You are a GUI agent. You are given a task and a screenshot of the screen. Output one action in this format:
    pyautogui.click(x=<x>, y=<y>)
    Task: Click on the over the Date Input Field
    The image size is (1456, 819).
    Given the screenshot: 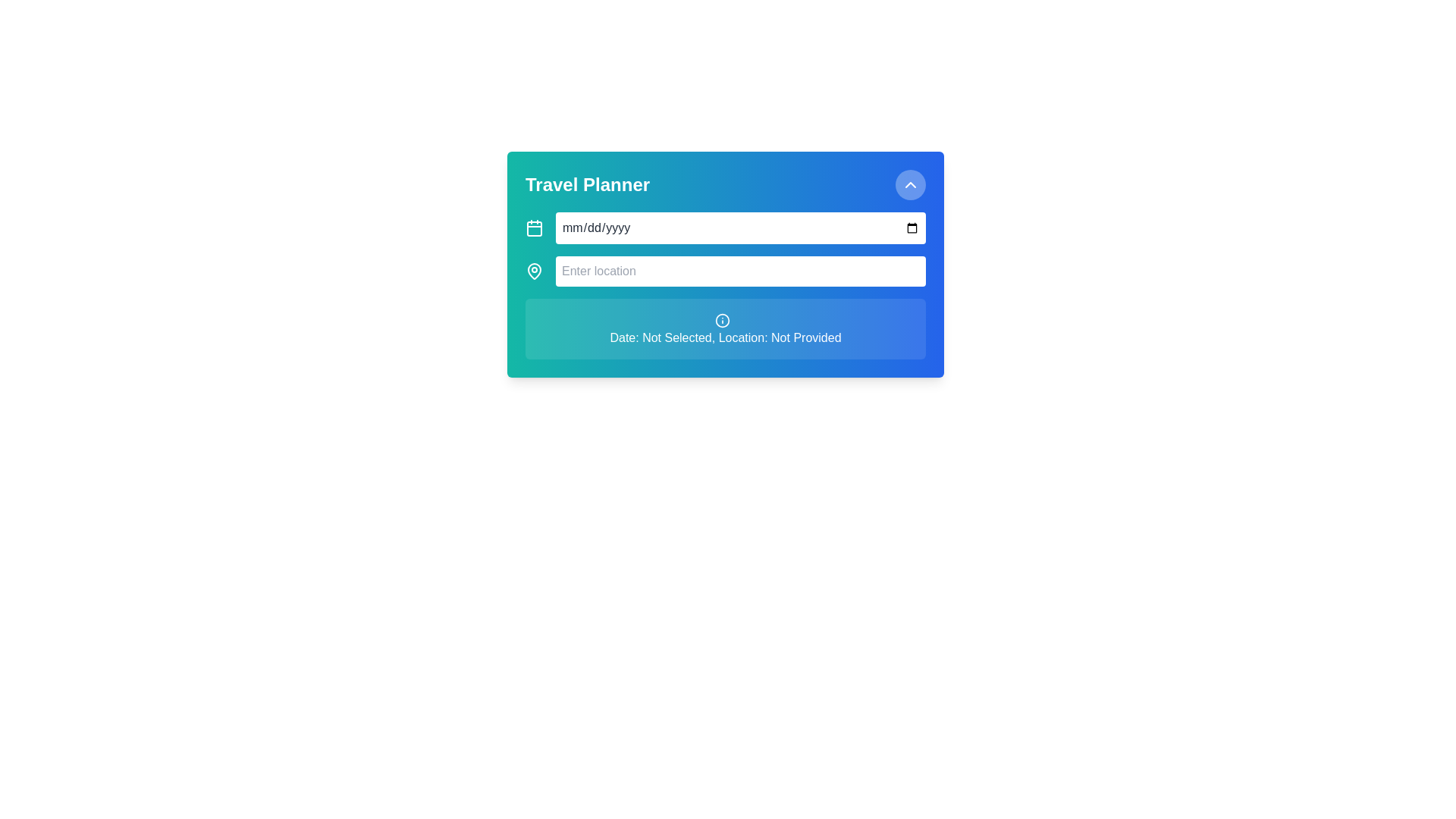 What is the action you would take?
    pyautogui.click(x=741, y=227)
    